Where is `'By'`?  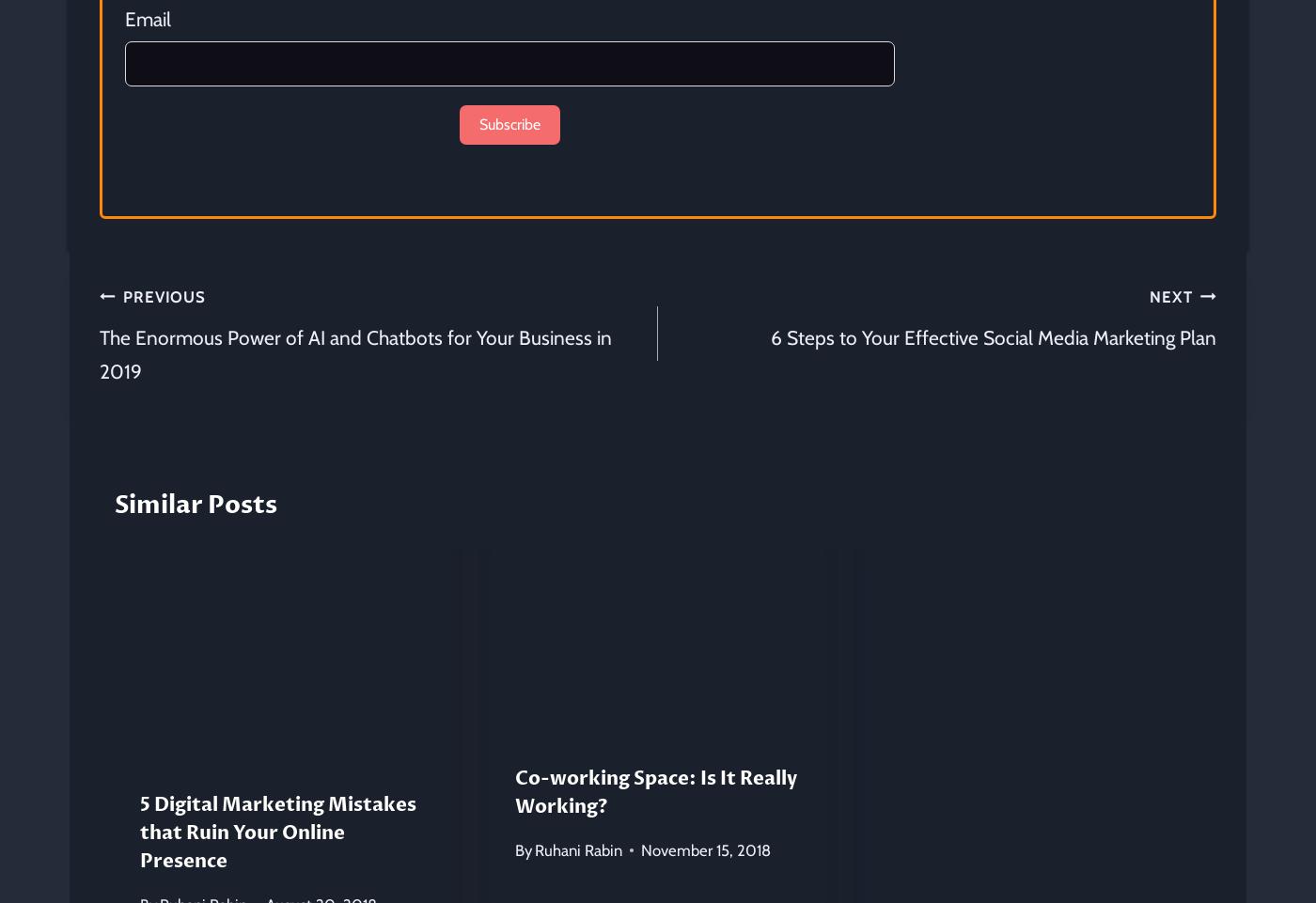 'By' is located at coordinates (522, 849).